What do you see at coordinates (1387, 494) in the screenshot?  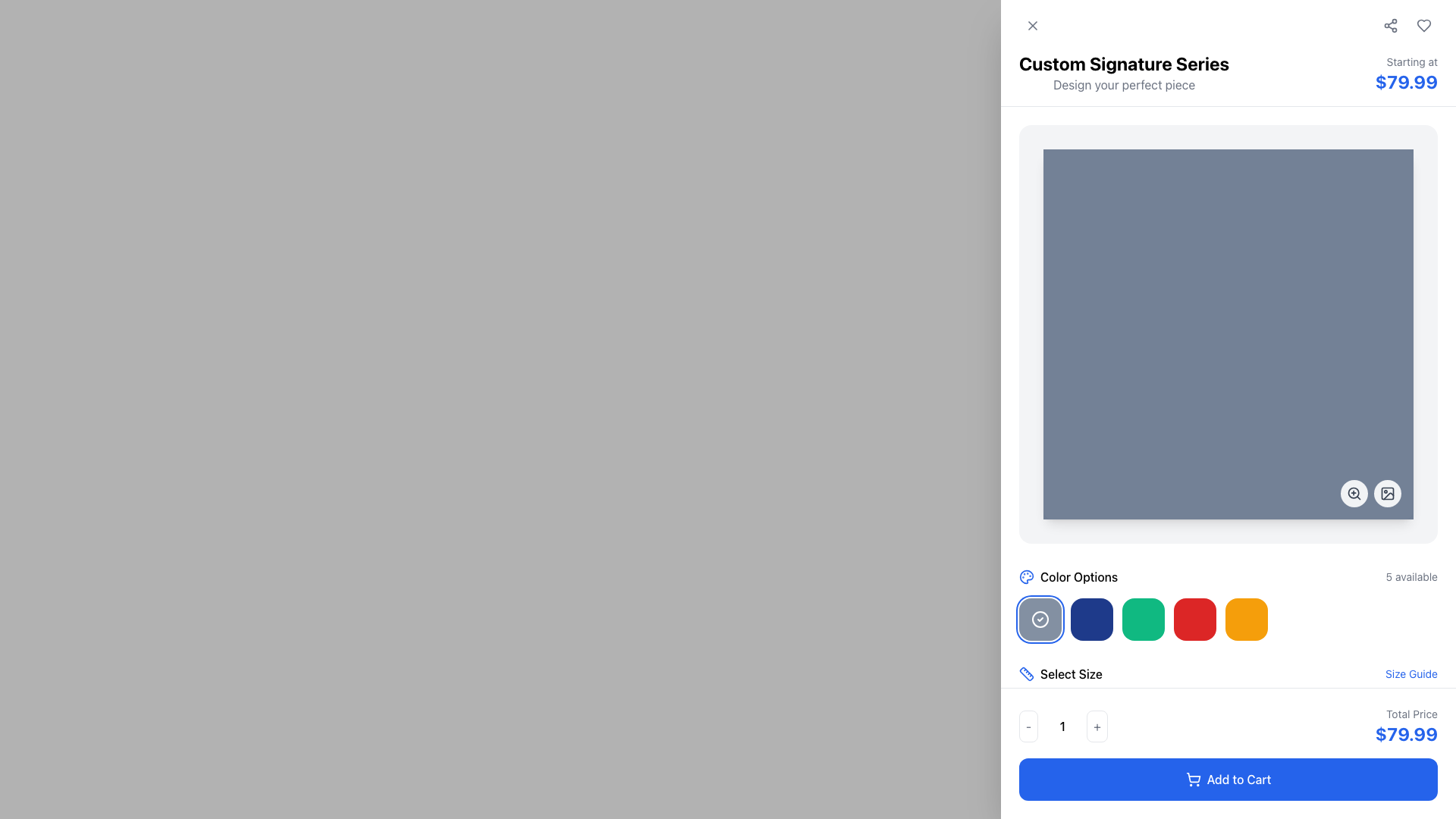 I see `the second button in the pair of action buttons located at the bottom-right corner of the image viewer area` at bounding box center [1387, 494].